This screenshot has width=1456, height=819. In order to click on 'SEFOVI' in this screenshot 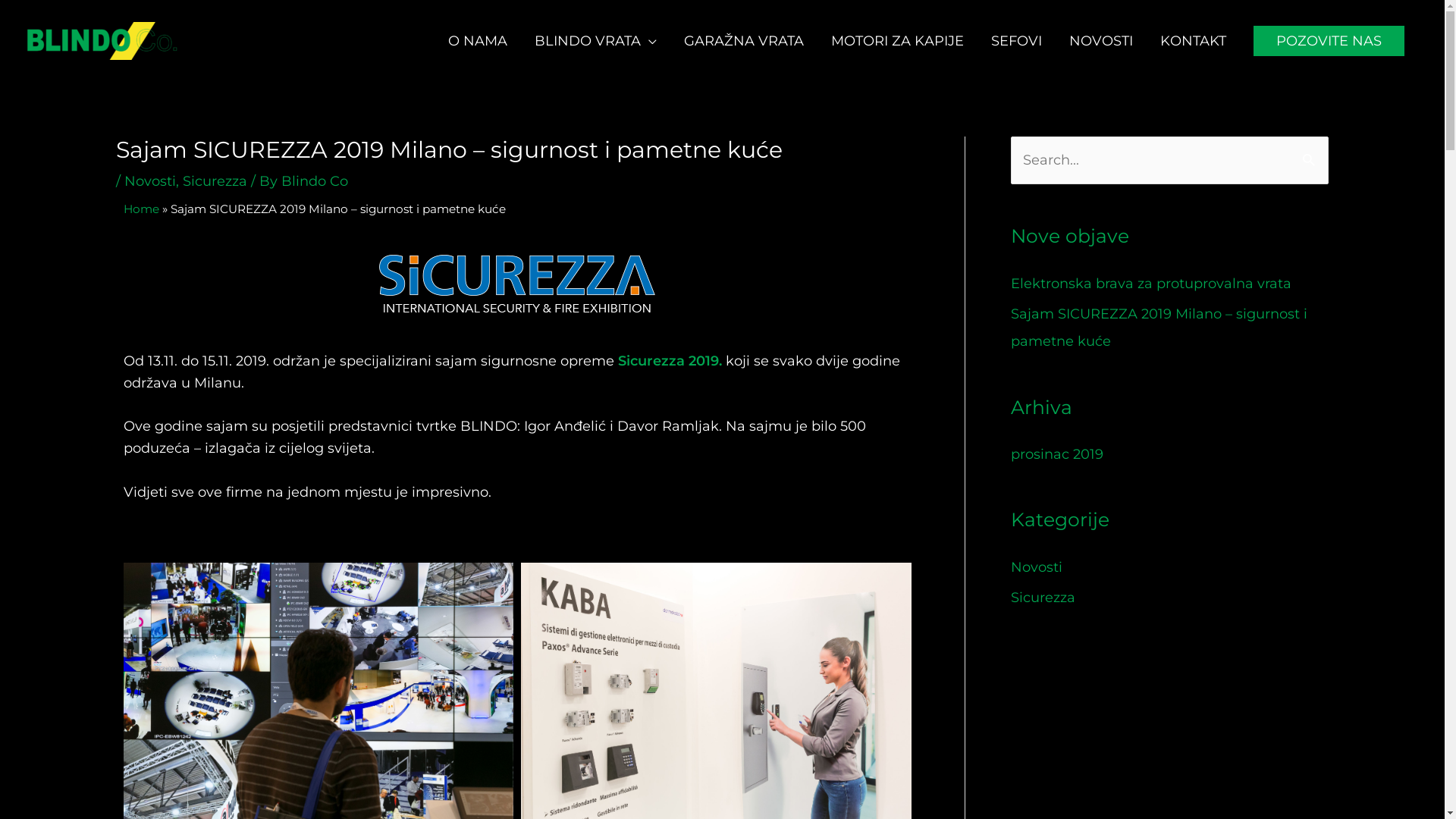, I will do `click(1016, 40)`.